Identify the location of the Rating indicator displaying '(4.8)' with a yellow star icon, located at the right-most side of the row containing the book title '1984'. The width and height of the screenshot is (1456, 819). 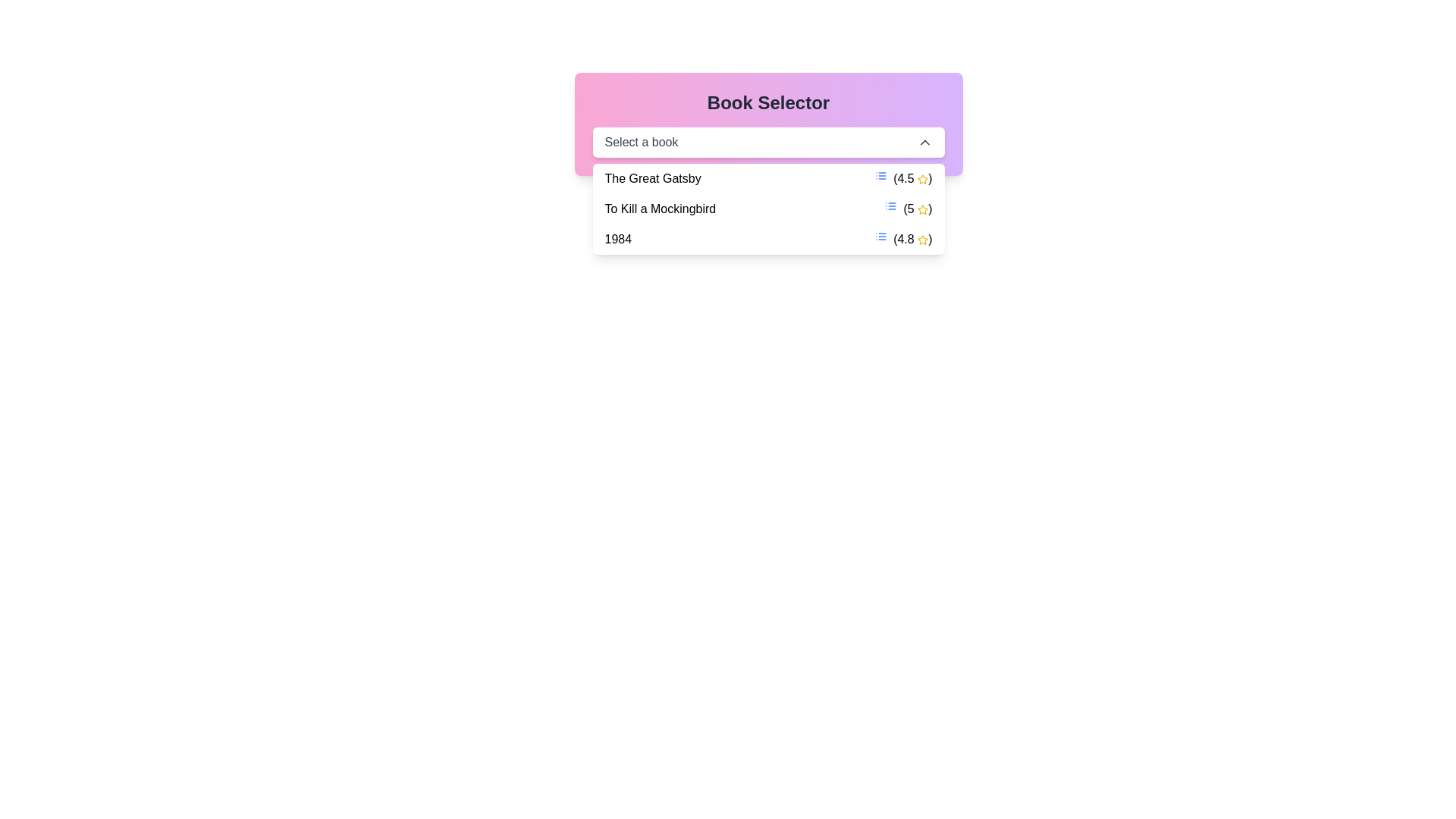
(903, 239).